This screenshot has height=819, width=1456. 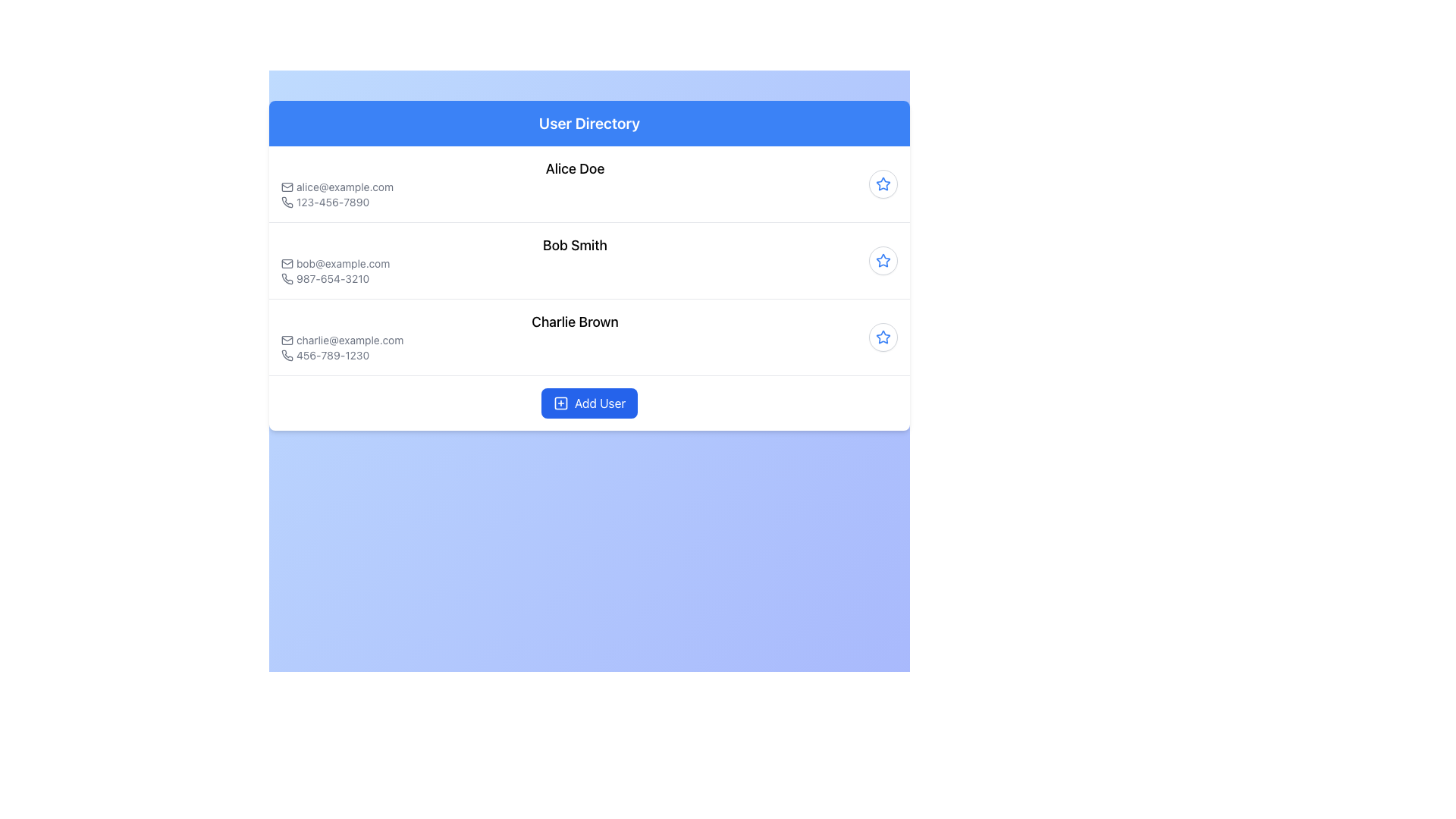 What do you see at coordinates (574, 321) in the screenshot?
I see `the text label displaying 'Charlie Brown', which is the third entry in the 'User Directory' list, positioned above the email and phone information` at bounding box center [574, 321].